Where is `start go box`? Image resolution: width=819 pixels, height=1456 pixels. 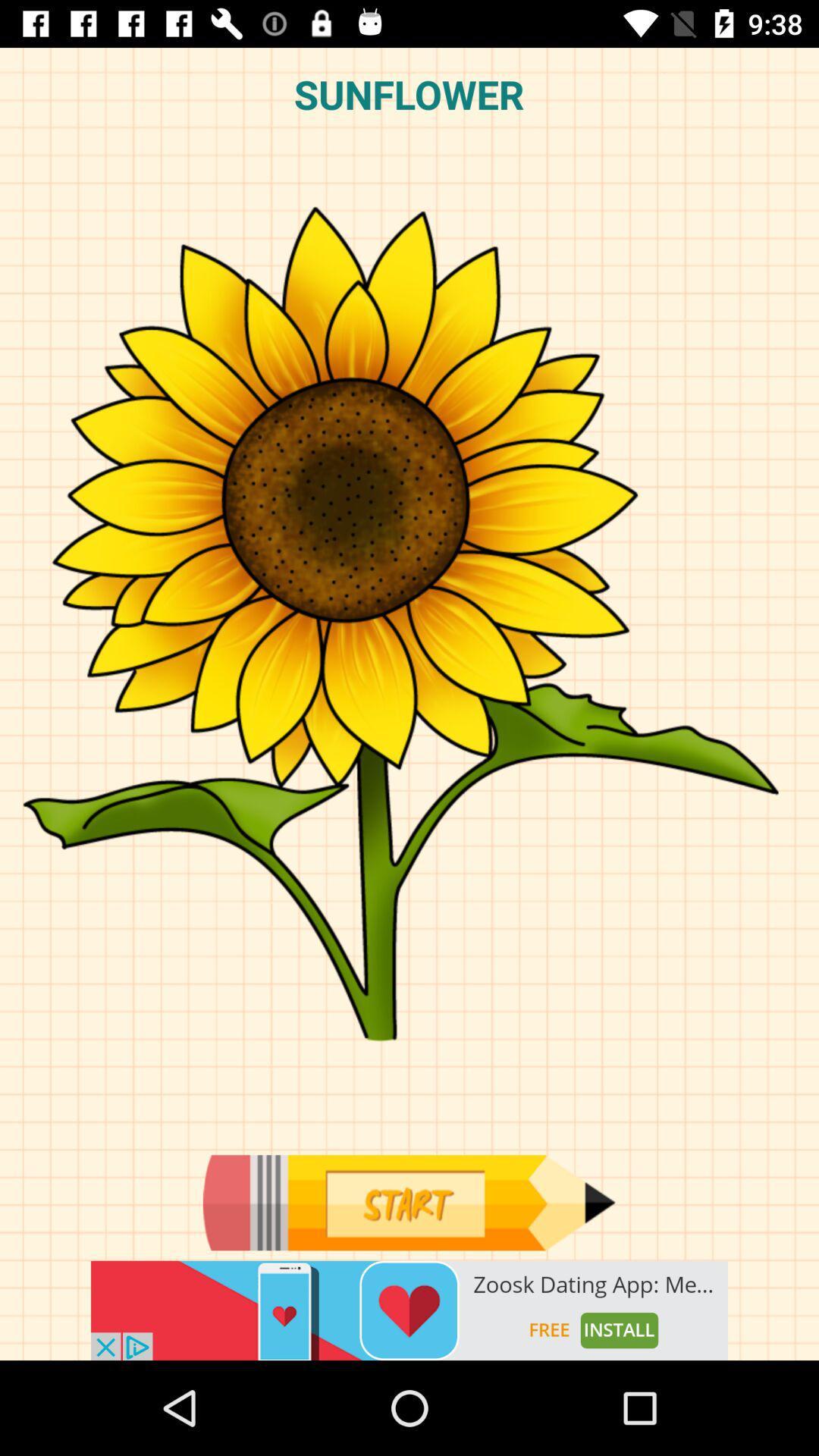
start go box is located at coordinates (408, 1202).